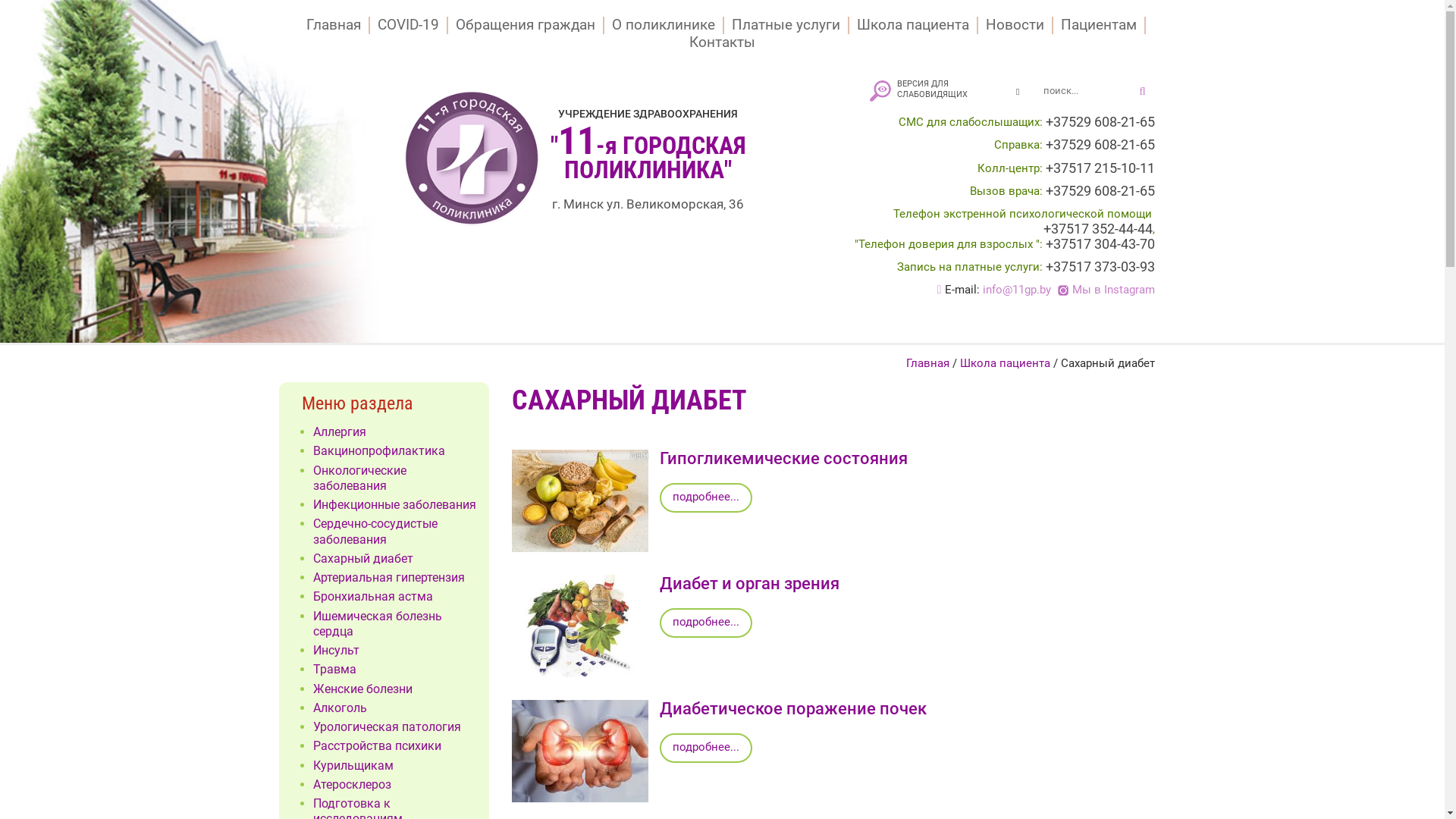 The width and height of the screenshot is (1456, 819). I want to click on '+37517 215-10-11', so click(1099, 168).